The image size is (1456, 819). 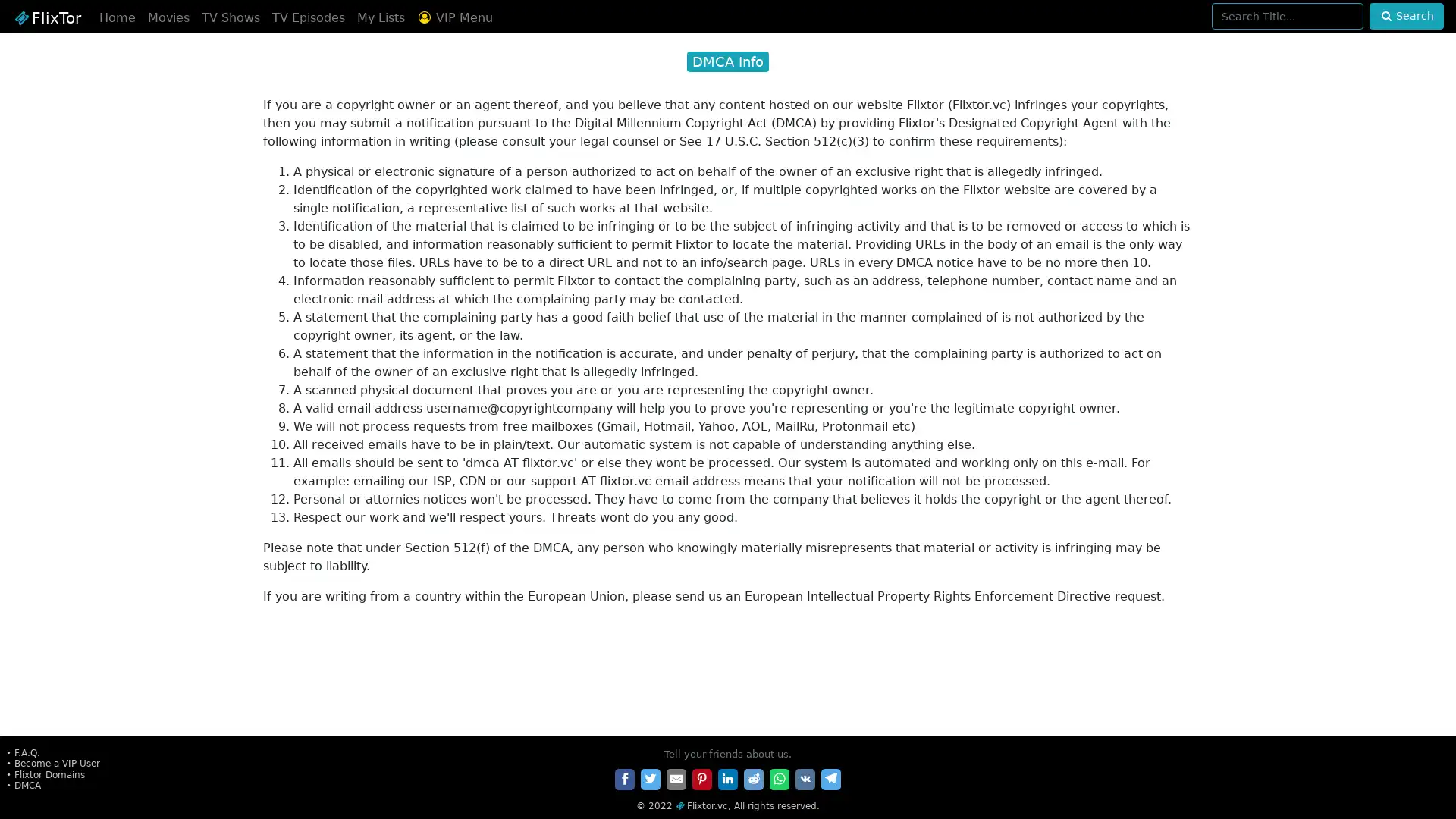 What do you see at coordinates (1405, 16) in the screenshot?
I see `Search` at bounding box center [1405, 16].